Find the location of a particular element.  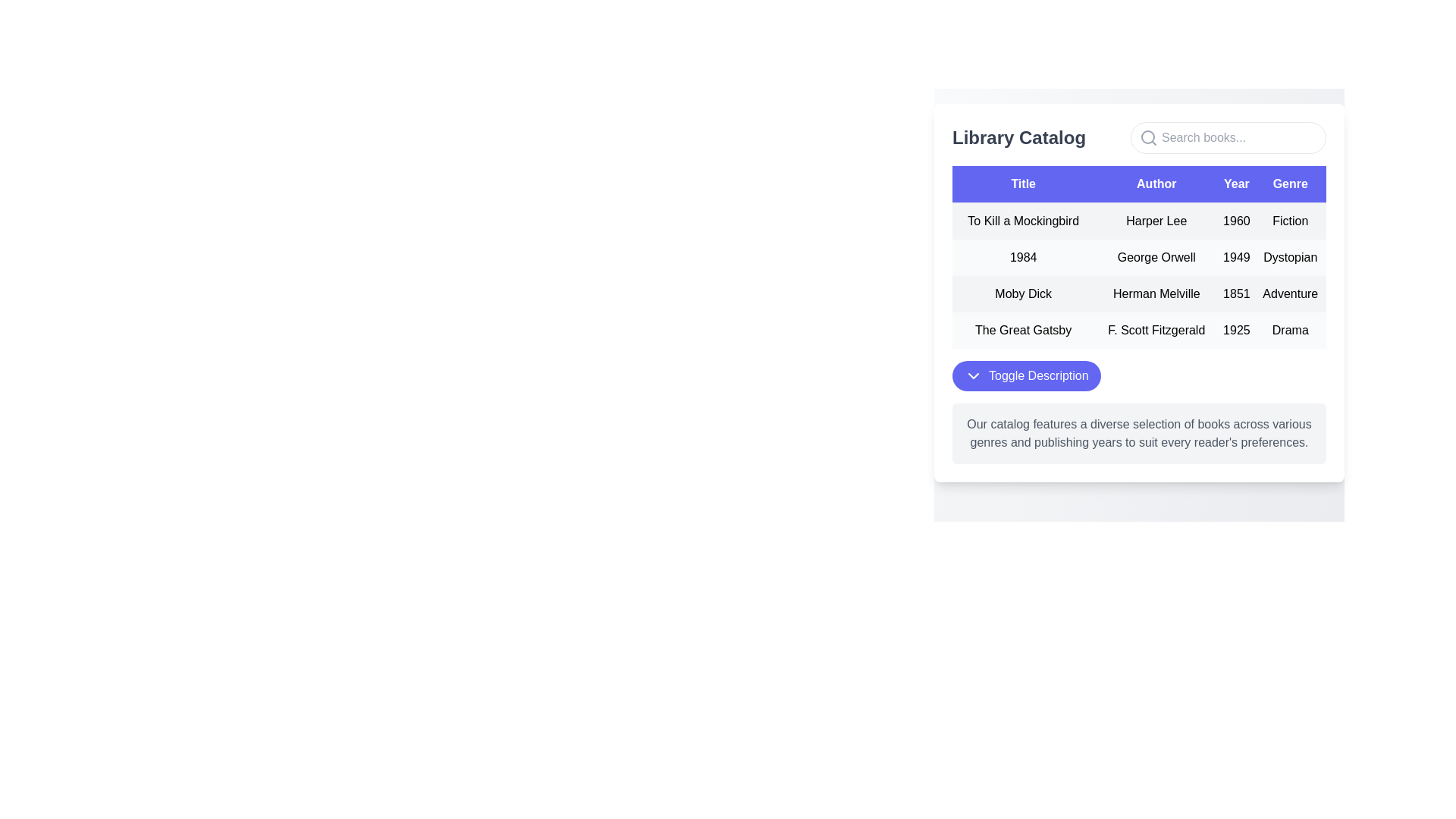

the search icon located in the header with search functionality at the top of the section, which allows users to filter entries in the library catalog is located at coordinates (1139, 137).